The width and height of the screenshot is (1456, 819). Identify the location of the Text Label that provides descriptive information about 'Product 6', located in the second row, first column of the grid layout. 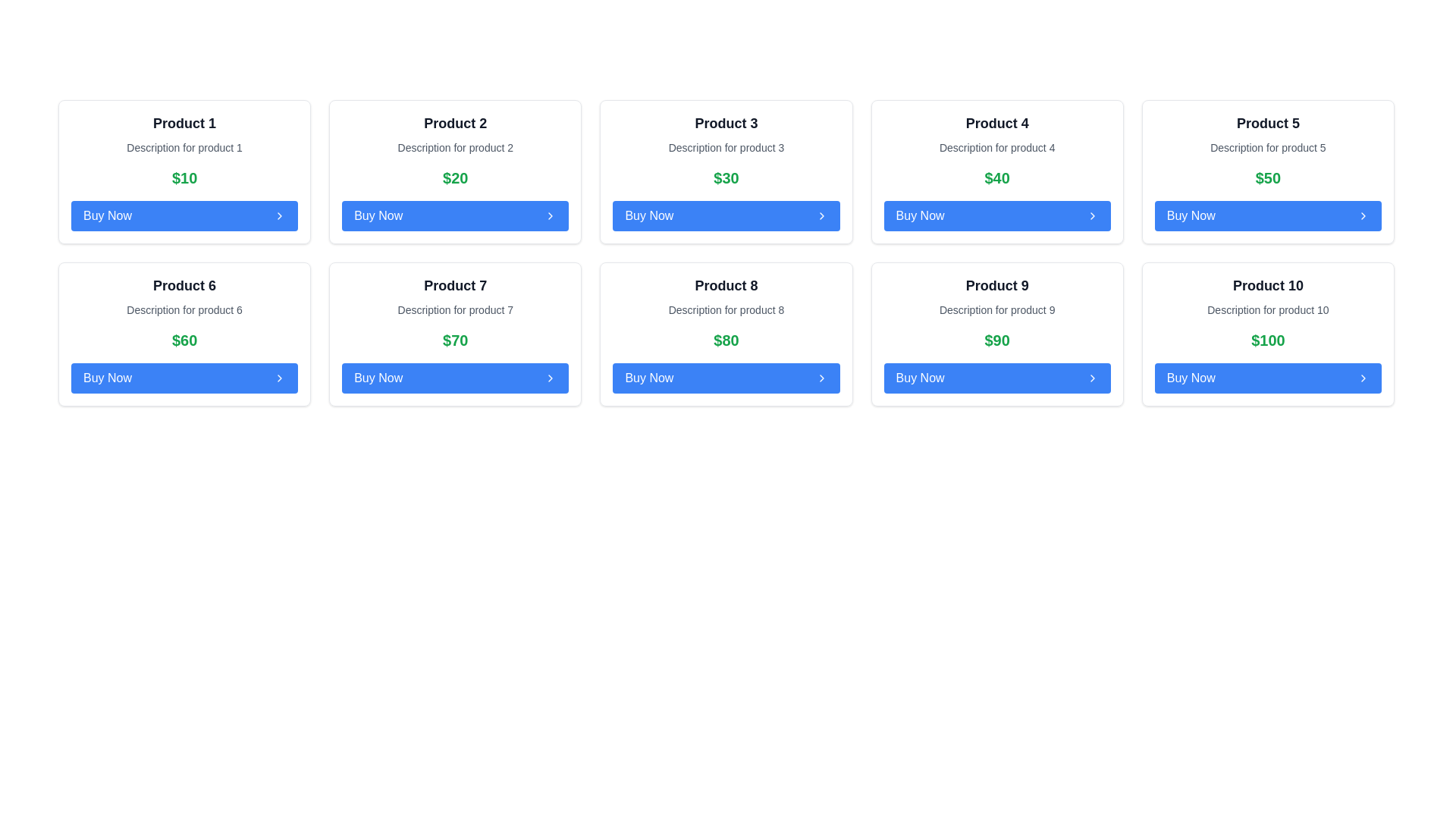
(184, 309).